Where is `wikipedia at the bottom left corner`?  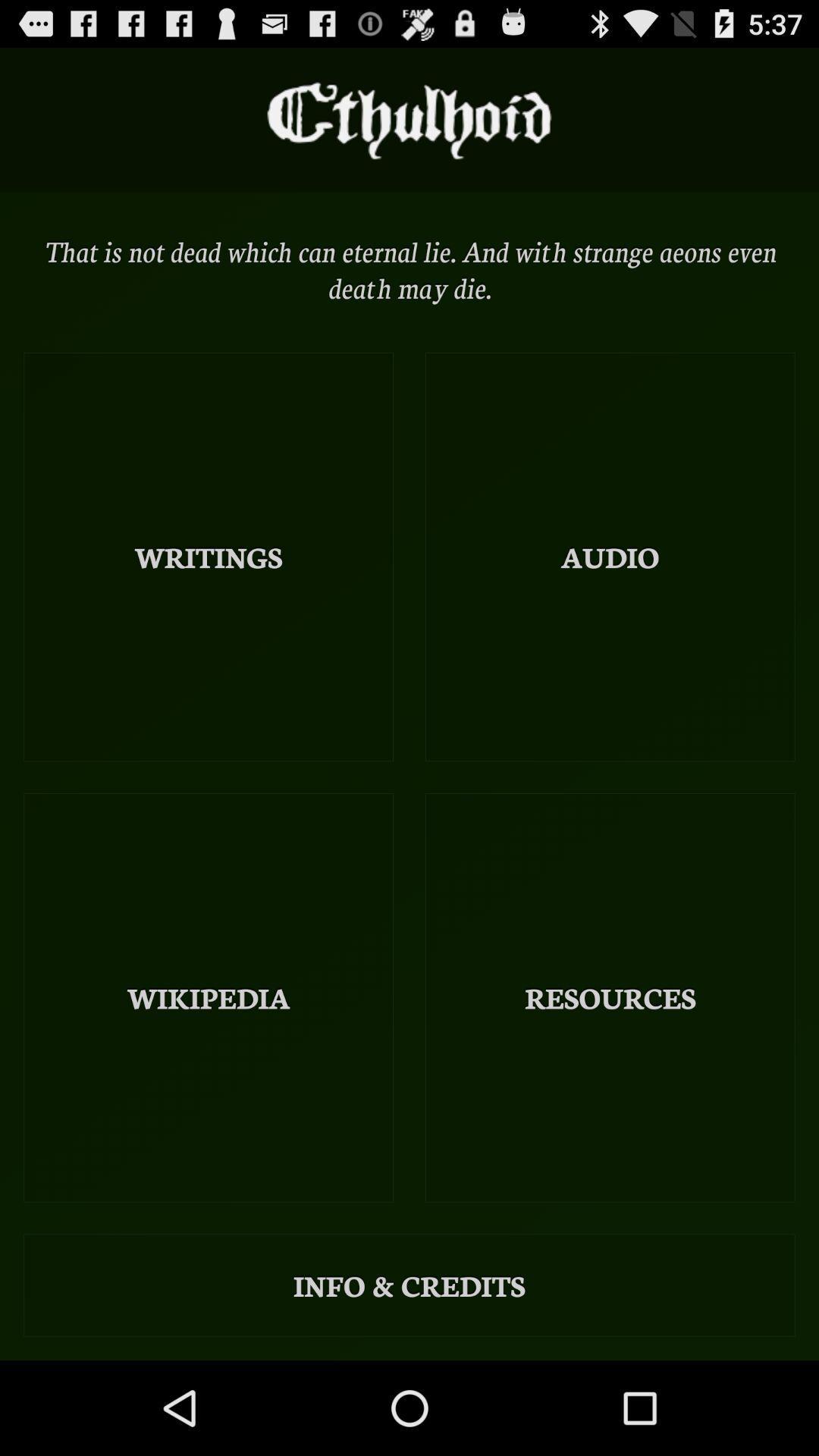
wikipedia at the bottom left corner is located at coordinates (209, 997).